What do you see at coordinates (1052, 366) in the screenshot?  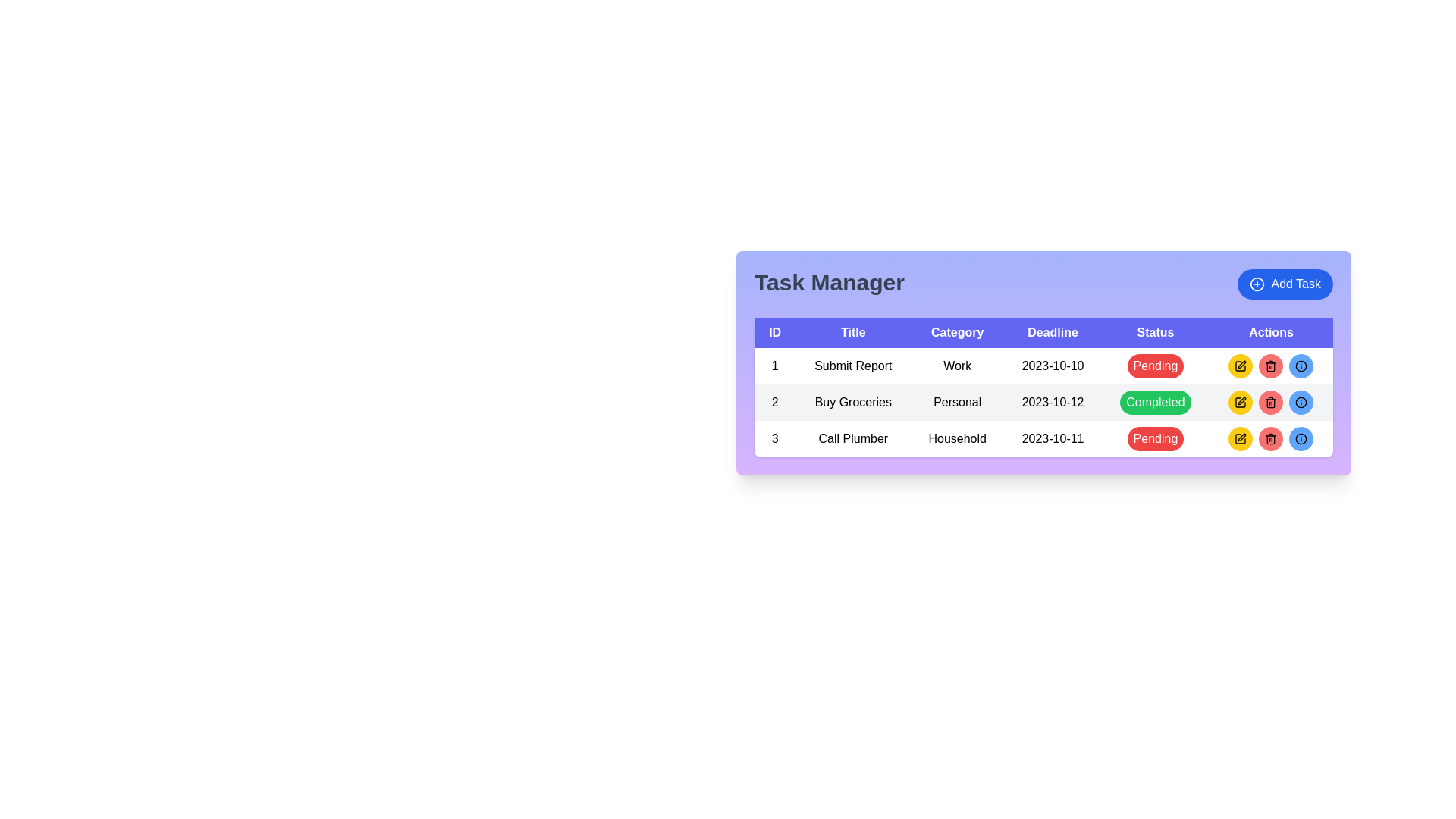 I see `the text element displaying the date '2023-10-10' located in the first row of the 'Deadline' column of the table` at bounding box center [1052, 366].